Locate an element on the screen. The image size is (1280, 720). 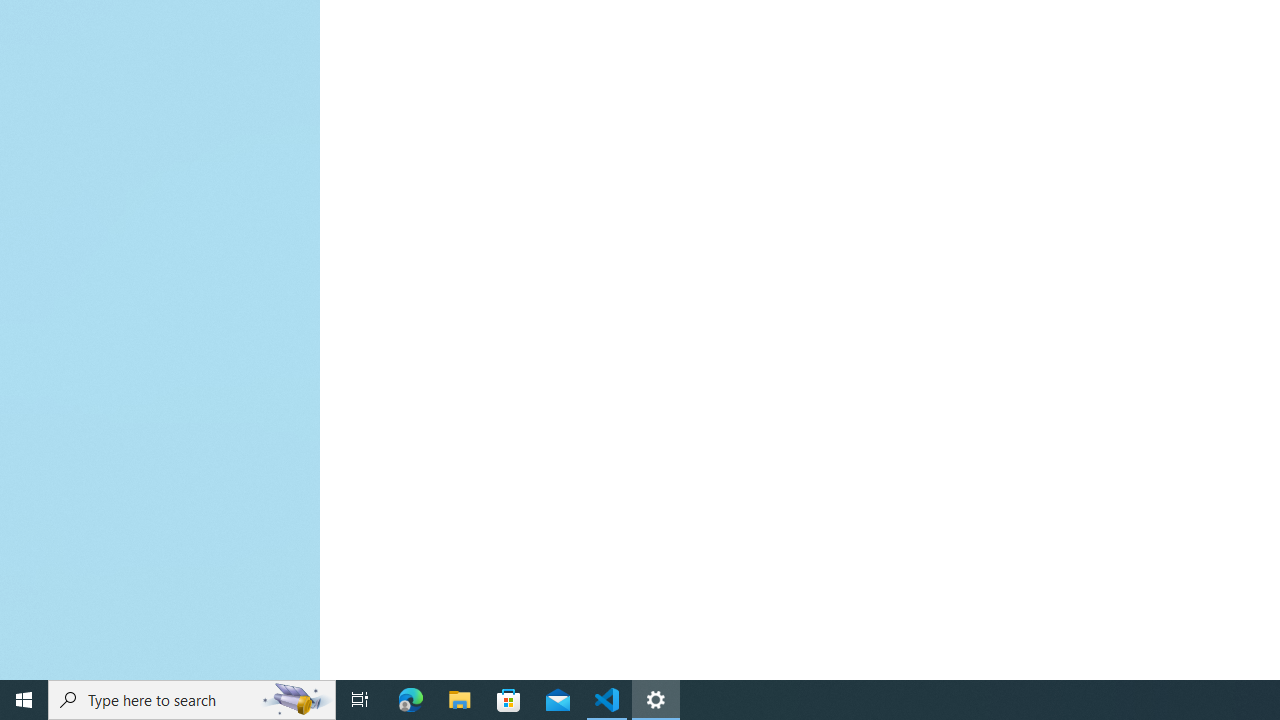
'File Explorer' is located at coordinates (459, 698).